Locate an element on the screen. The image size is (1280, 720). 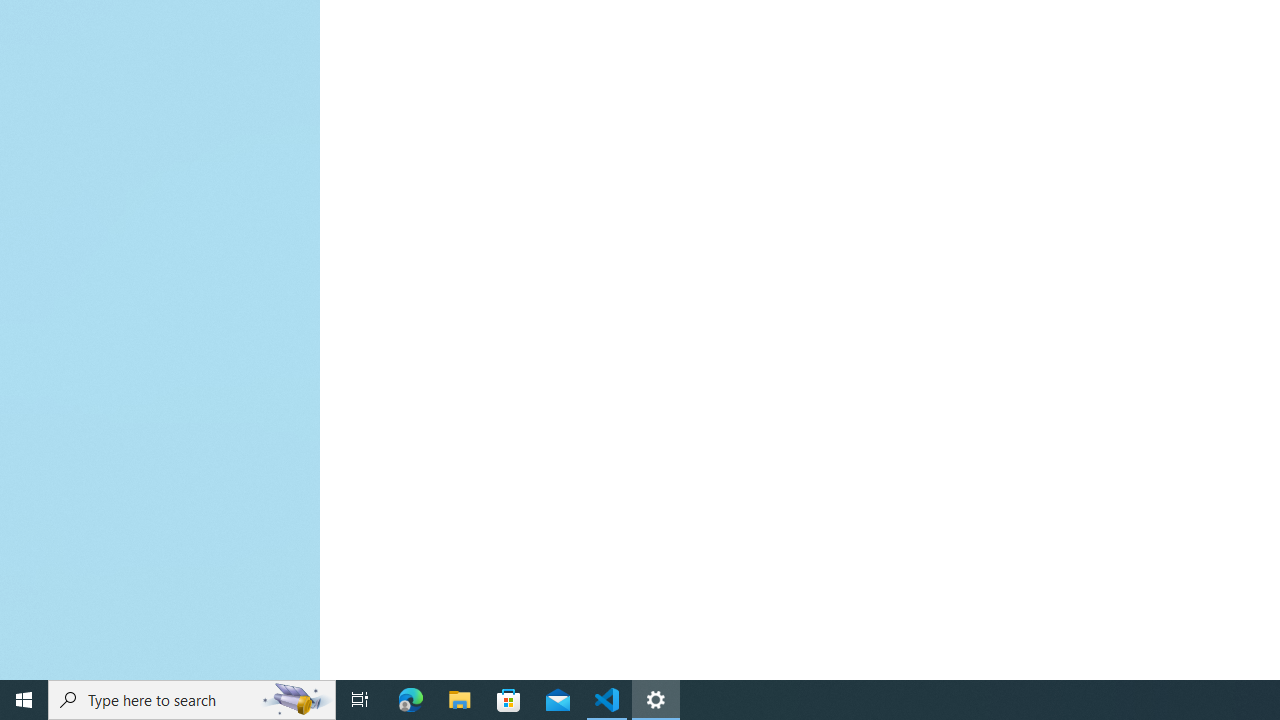
'File Explorer' is located at coordinates (459, 698).